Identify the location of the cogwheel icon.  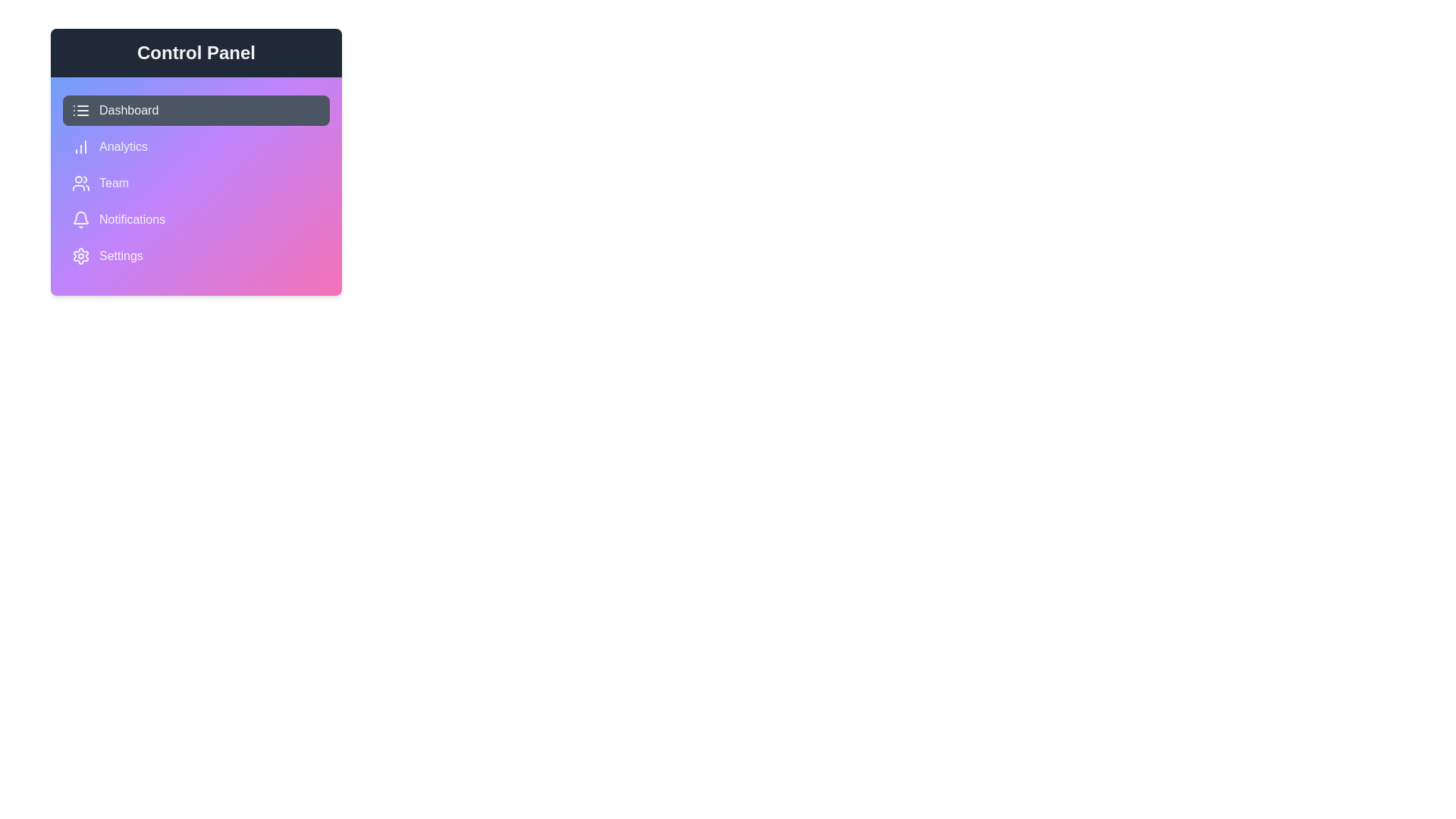
(80, 256).